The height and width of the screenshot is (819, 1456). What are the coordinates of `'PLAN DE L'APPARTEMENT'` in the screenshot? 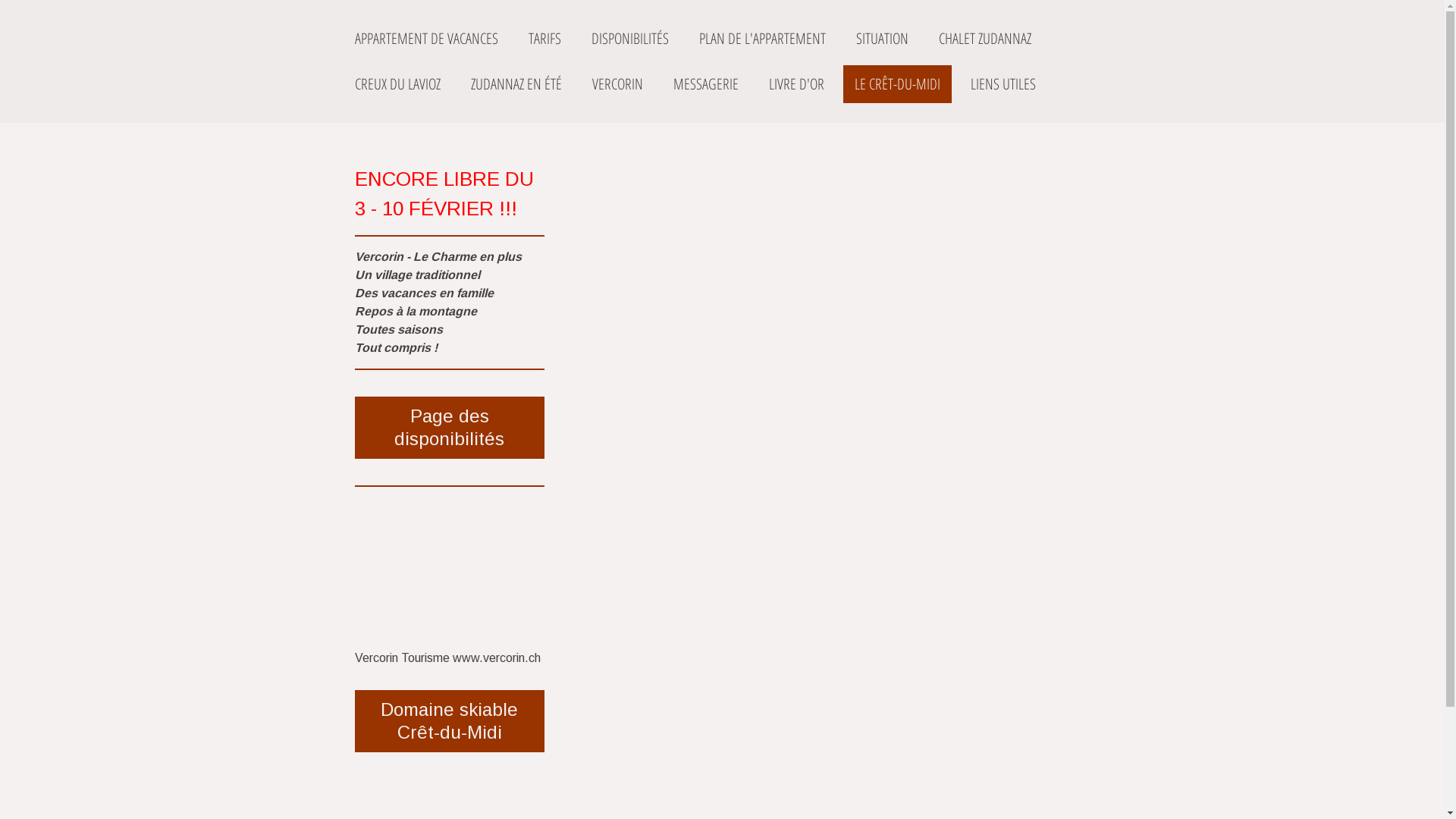 It's located at (686, 37).